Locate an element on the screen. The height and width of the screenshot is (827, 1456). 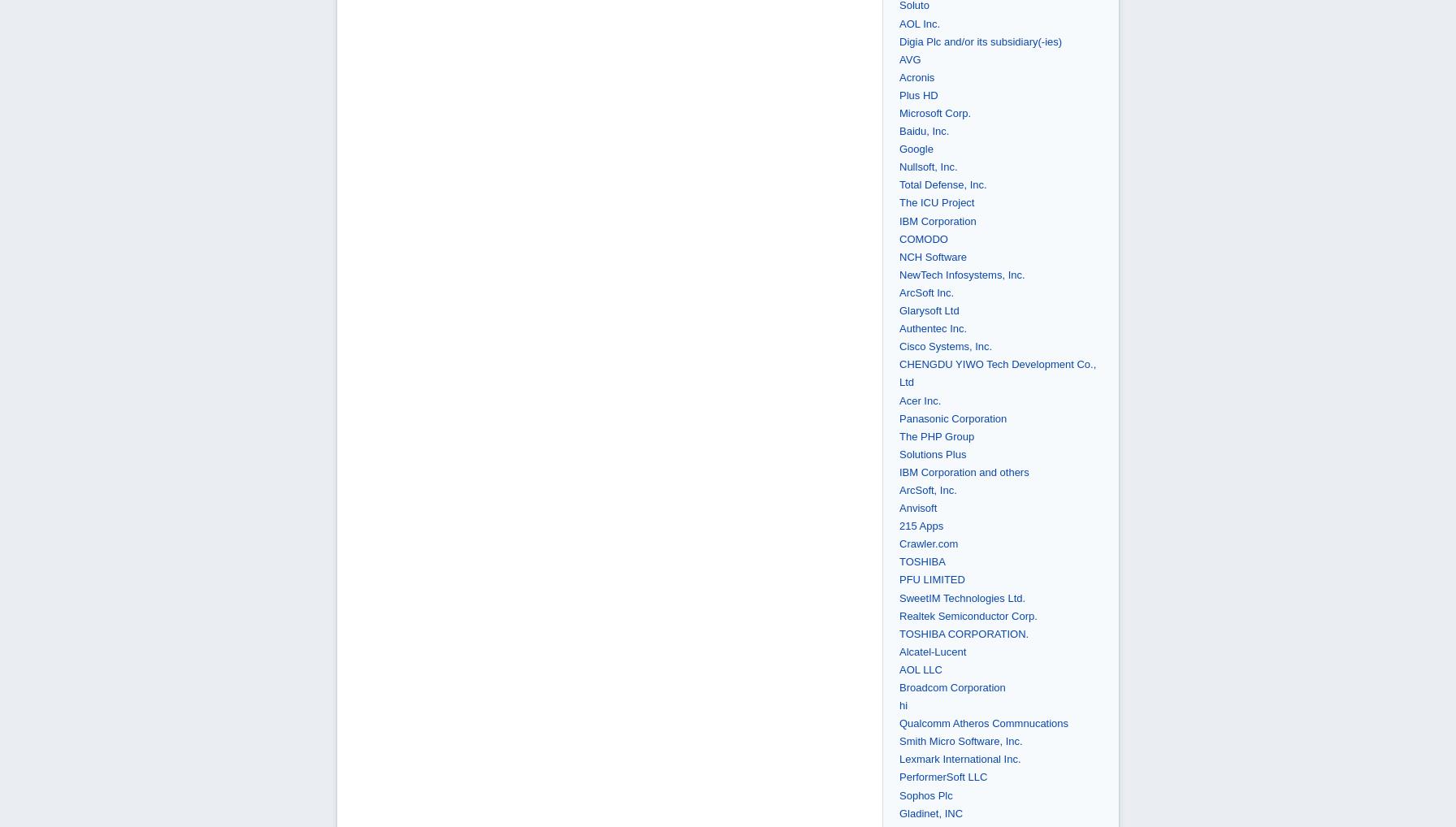
'Gladinet, INC' is located at coordinates (930, 812).